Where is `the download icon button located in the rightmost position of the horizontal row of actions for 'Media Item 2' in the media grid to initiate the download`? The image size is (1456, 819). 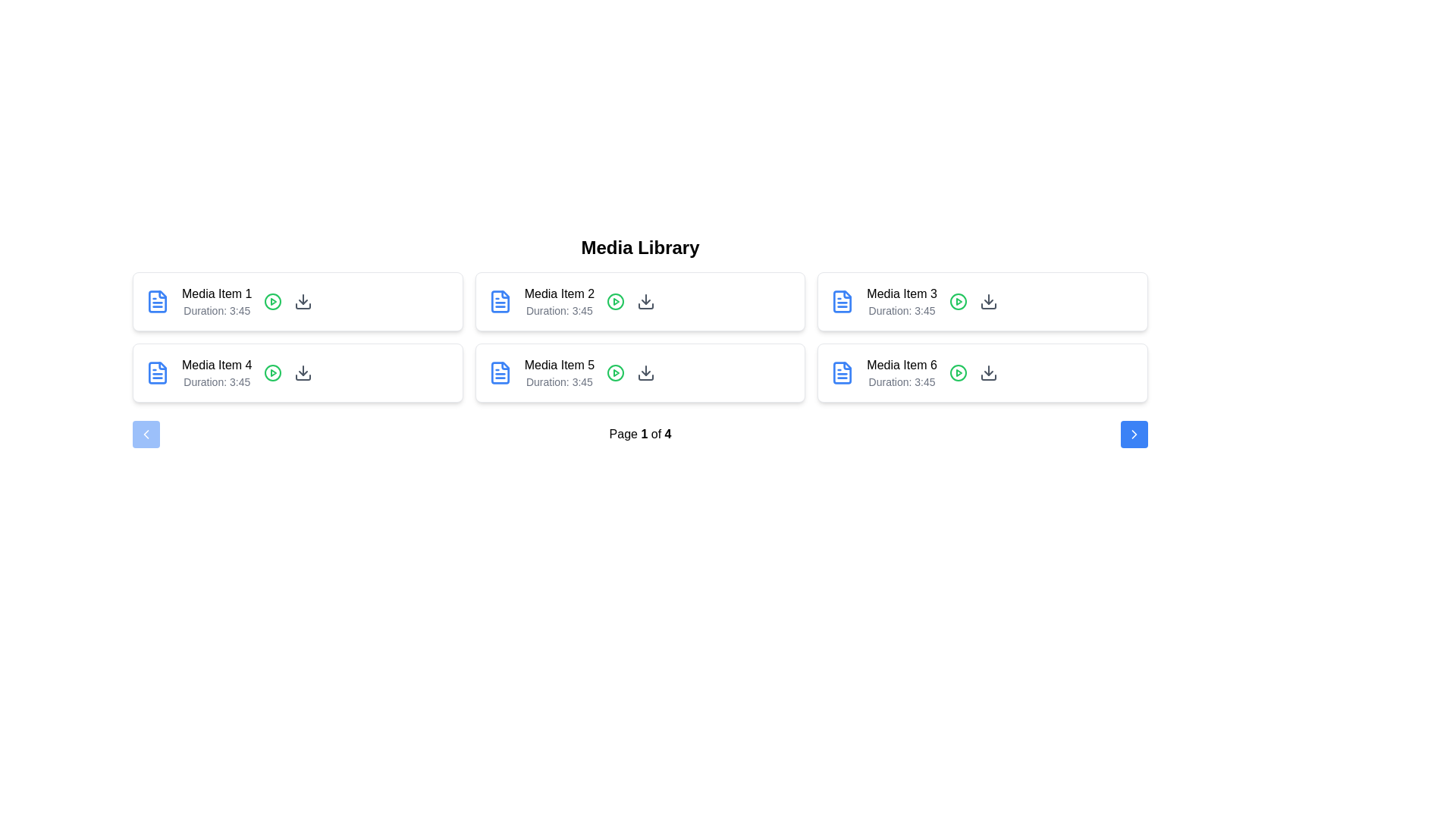
the download icon button located in the rightmost position of the horizontal row of actions for 'Media Item 2' in the media grid to initiate the download is located at coordinates (646, 301).